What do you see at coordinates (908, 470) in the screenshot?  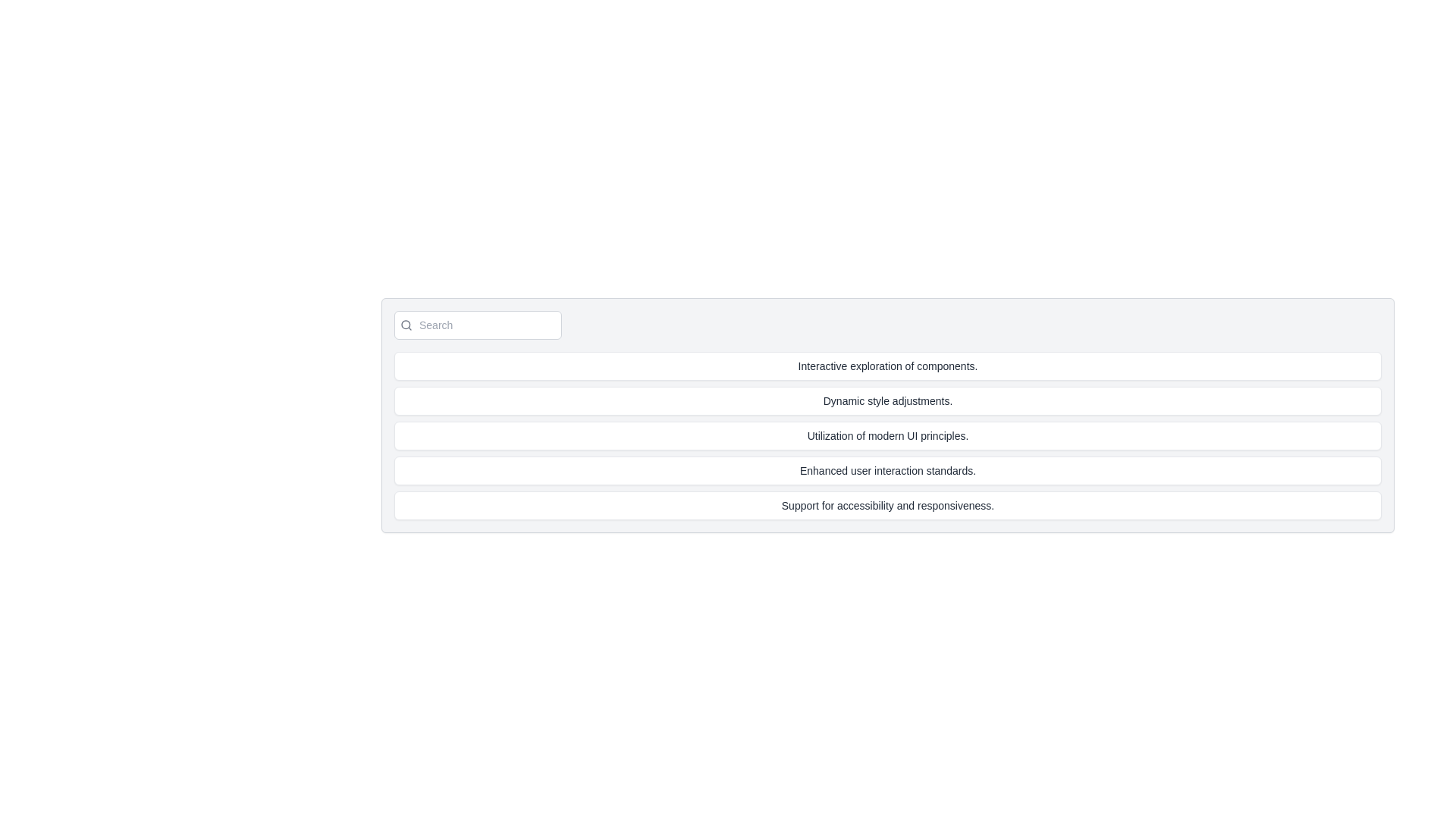 I see `the letter 't' in the phrase 'Enhanced user interaction standards' located in the fourth row of the text list` at bounding box center [908, 470].